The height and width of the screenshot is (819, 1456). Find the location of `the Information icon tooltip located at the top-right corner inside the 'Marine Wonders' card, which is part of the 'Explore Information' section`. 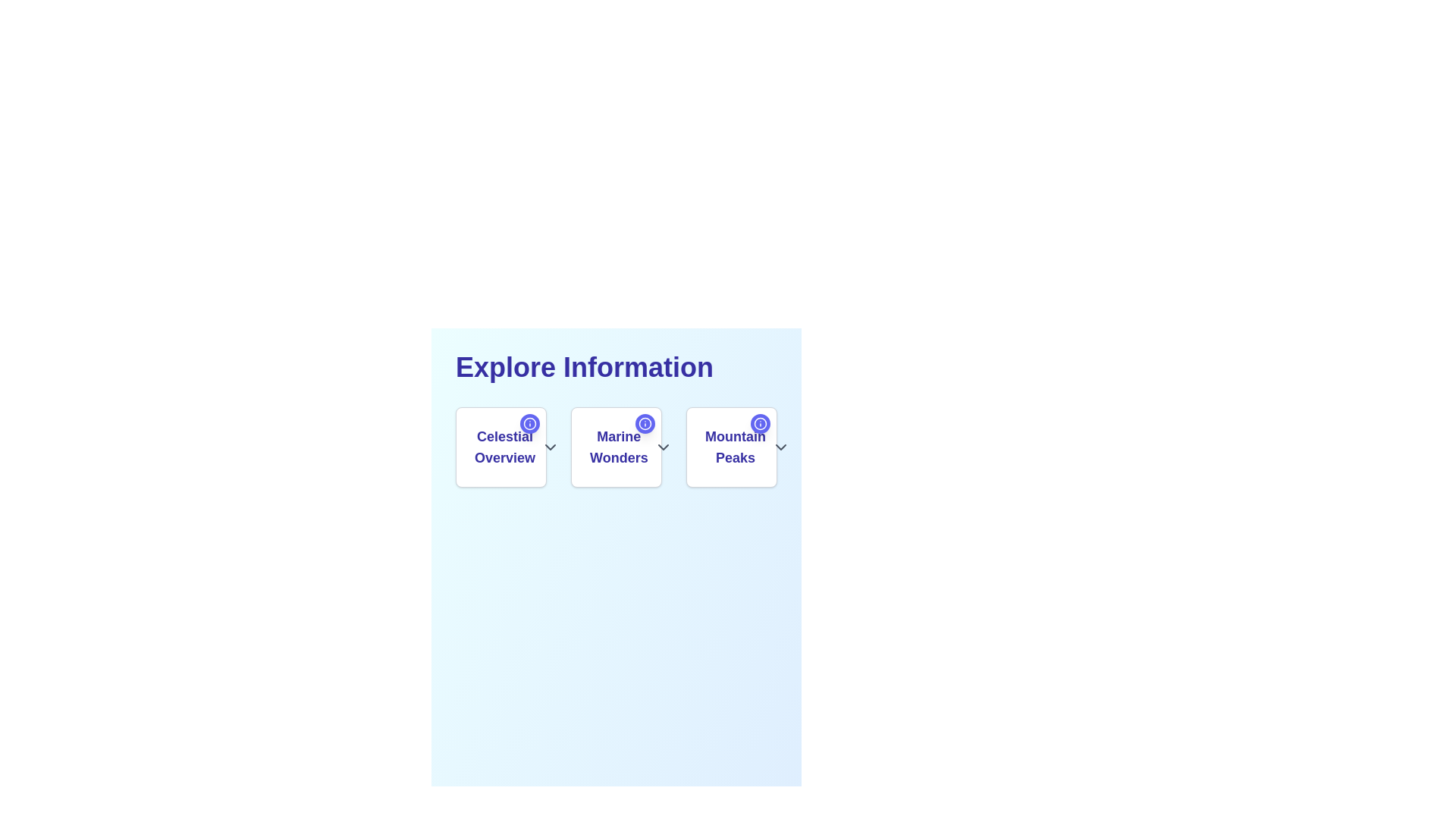

the Information icon tooltip located at the top-right corner inside the 'Marine Wonders' card, which is part of the 'Explore Information' section is located at coordinates (645, 424).